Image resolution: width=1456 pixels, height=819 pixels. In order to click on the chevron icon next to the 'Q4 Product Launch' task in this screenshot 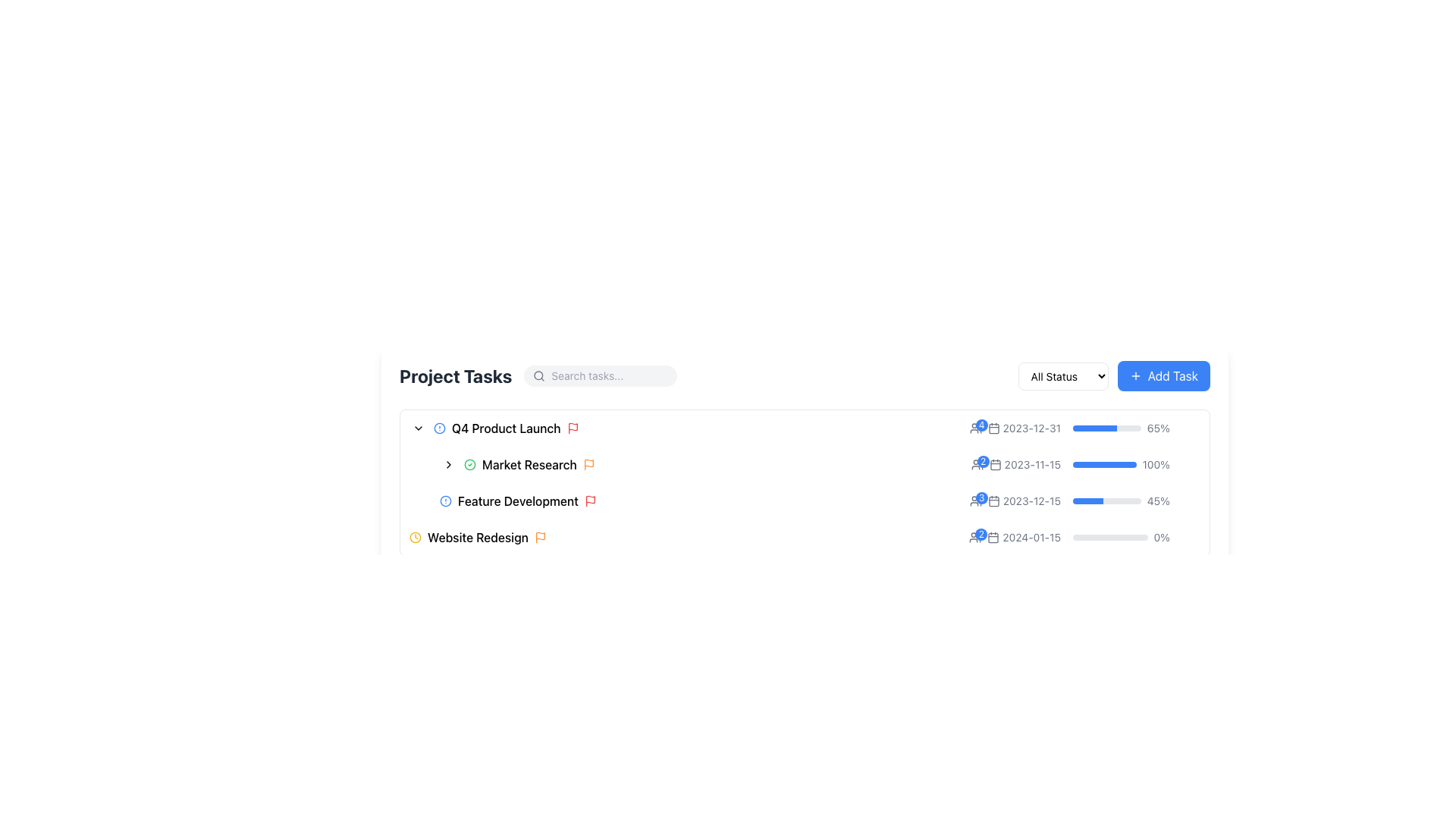, I will do `click(419, 428)`.